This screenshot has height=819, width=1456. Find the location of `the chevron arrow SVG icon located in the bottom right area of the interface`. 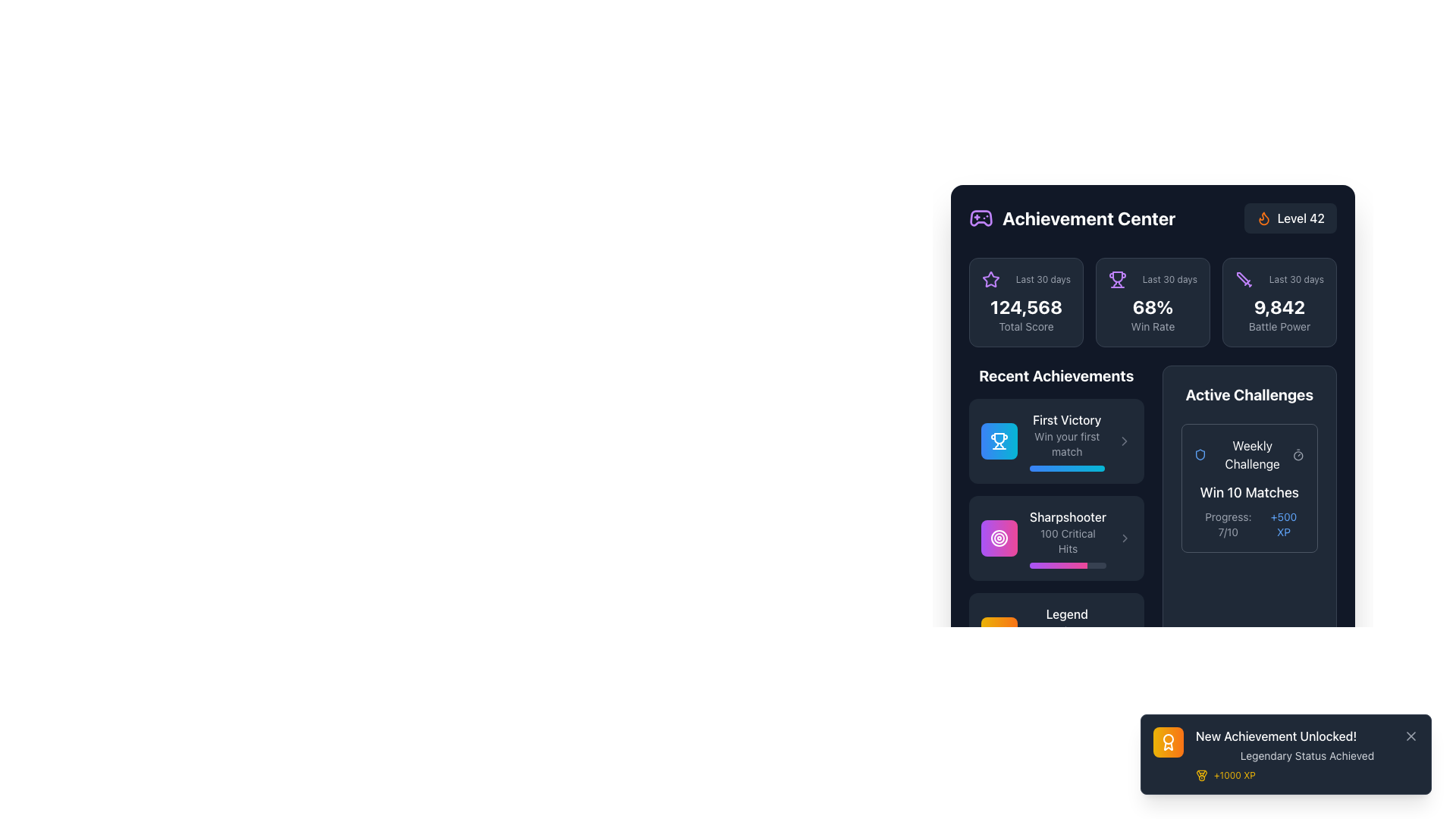

the chevron arrow SVG icon located in the bottom right area of the interface is located at coordinates (1124, 635).